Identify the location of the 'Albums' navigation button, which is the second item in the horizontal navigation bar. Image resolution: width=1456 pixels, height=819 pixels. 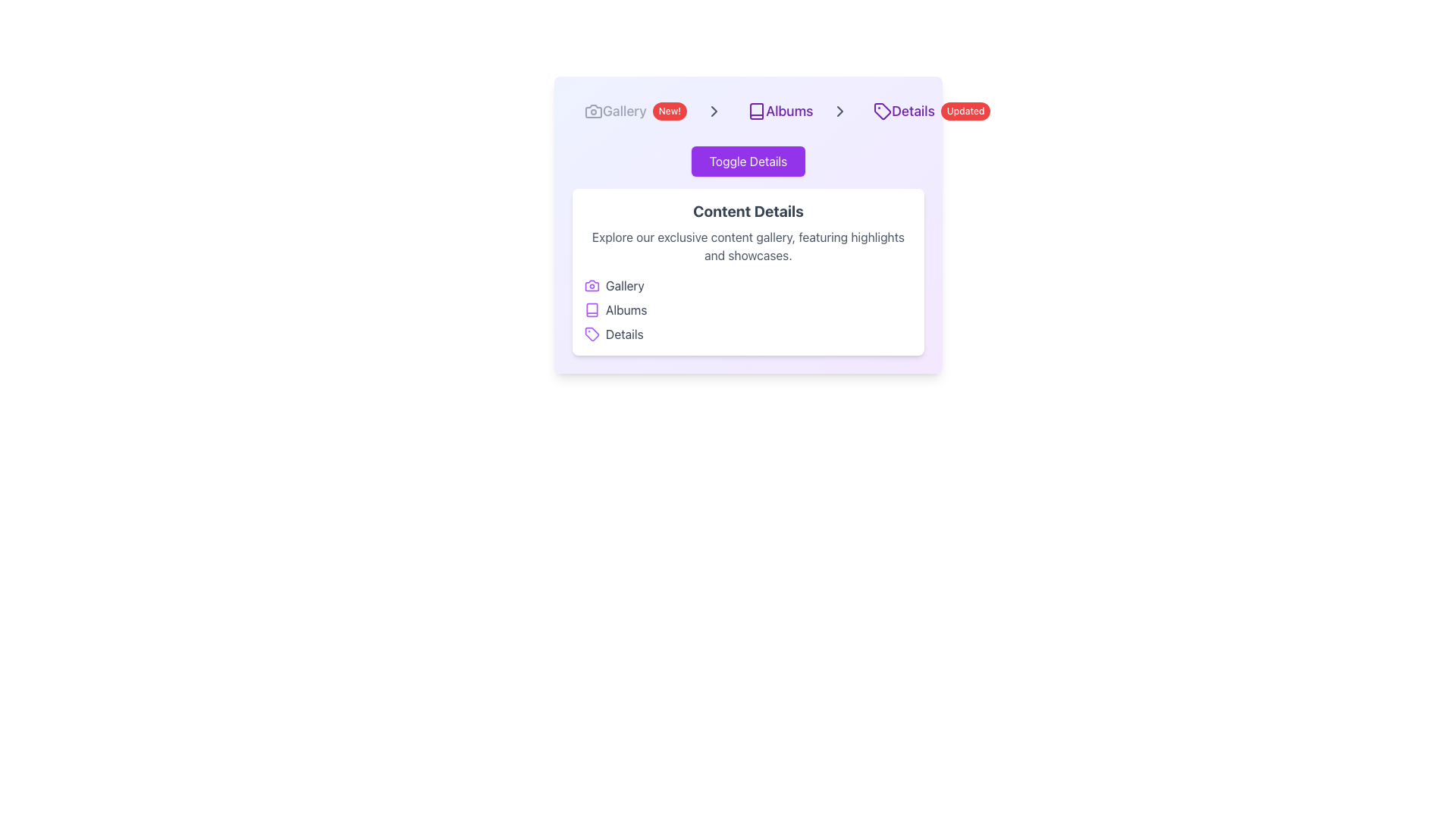
(780, 110).